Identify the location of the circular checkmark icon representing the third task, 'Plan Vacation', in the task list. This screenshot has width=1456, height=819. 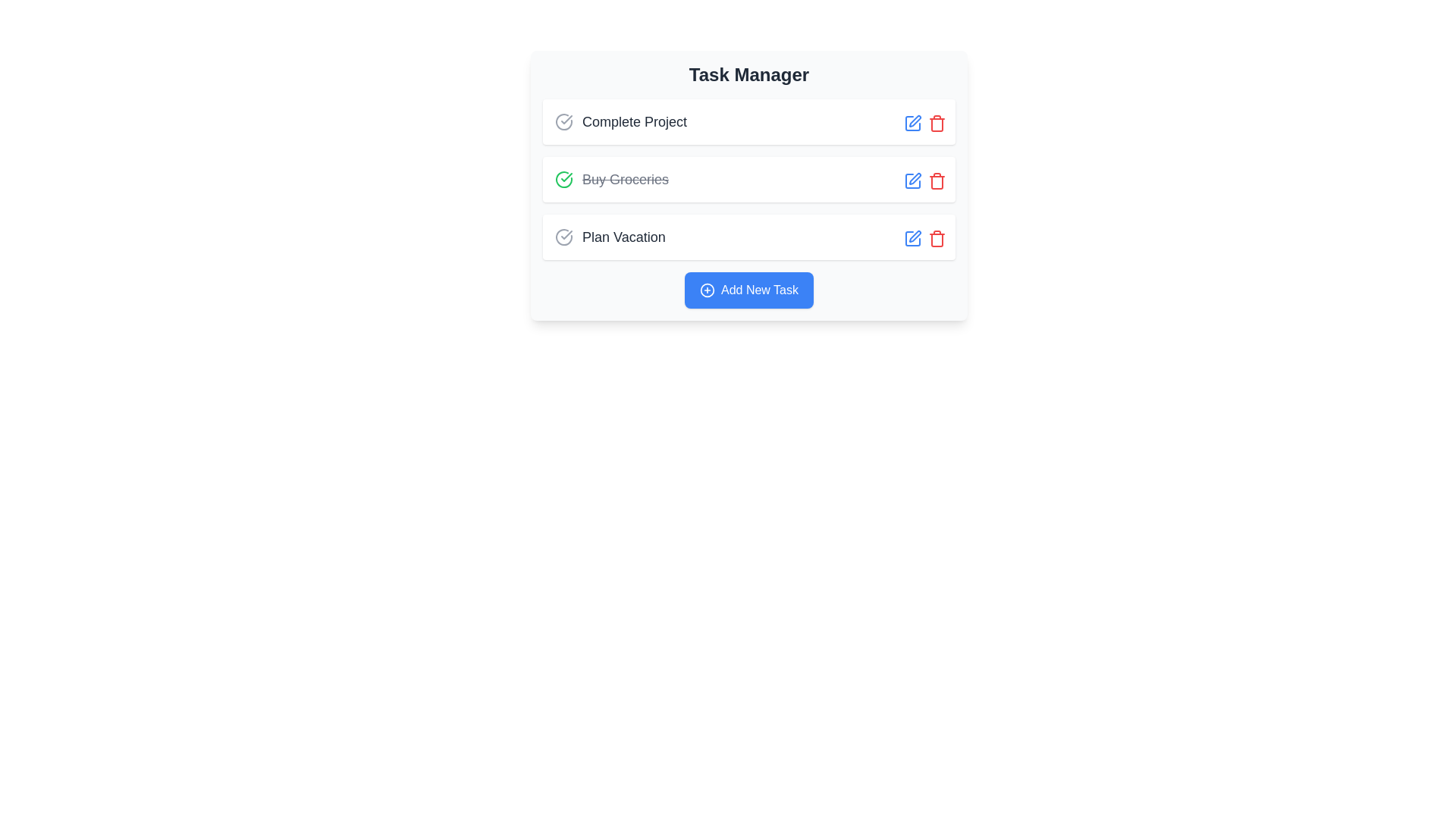
(563, 237).